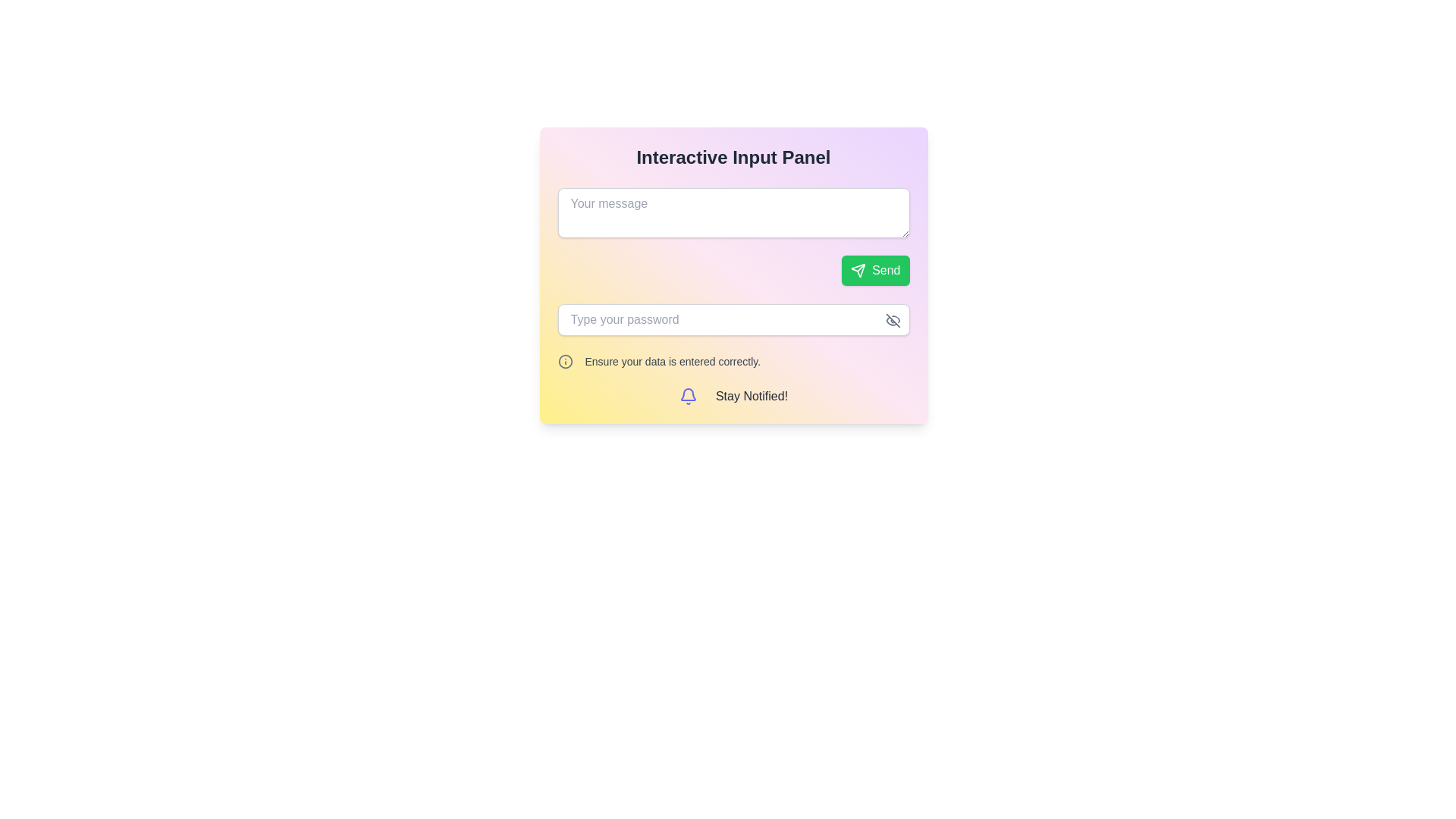  What do you see at coordinates (886, 270) in the screenshot?
I see `the 'Send' button, which displays the text in a sans-serif font and white color against a green background, located to the right of the 'Your message' text input field` at bounding box center [886, 270].